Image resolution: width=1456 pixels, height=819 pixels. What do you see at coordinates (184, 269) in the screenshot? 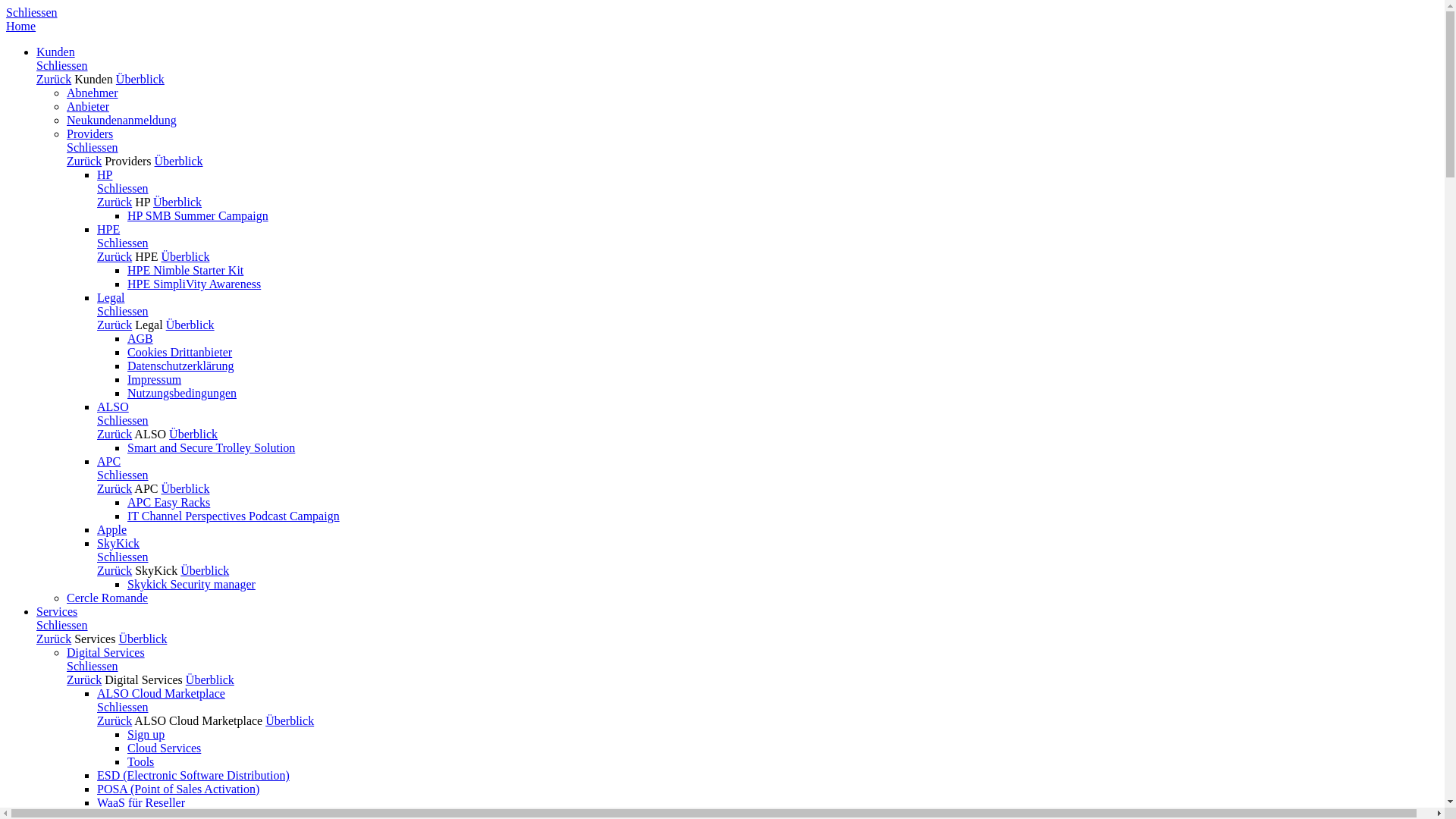
I see `'HPE Nimble Starter Kit'` at bounding box center [184, 269].